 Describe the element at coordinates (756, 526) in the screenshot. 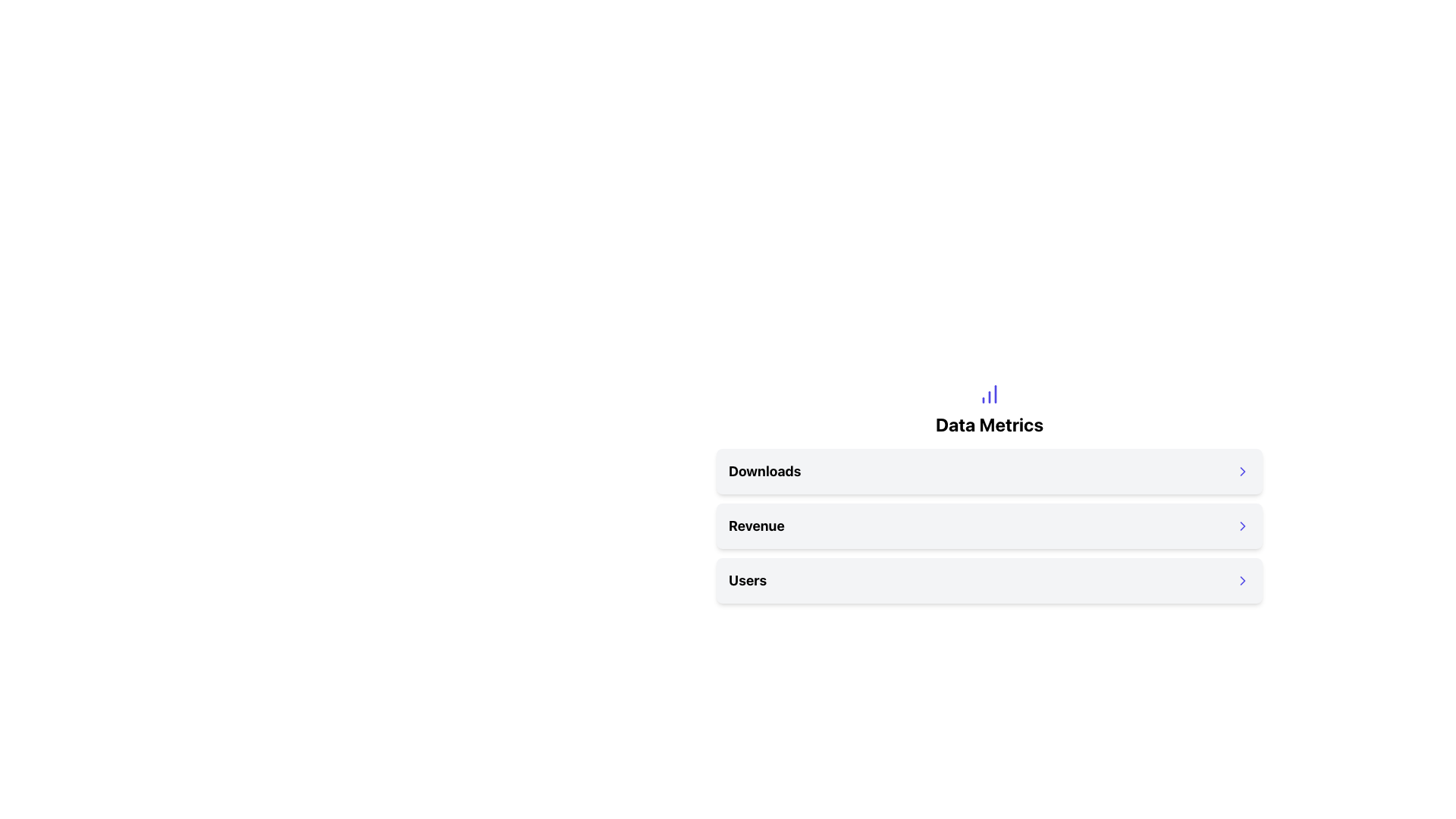

I see `the 'Revenue' Text Label, which is the second item in a vertical list of three items, positioned between 'Downloads' and 'Users'` at that location.